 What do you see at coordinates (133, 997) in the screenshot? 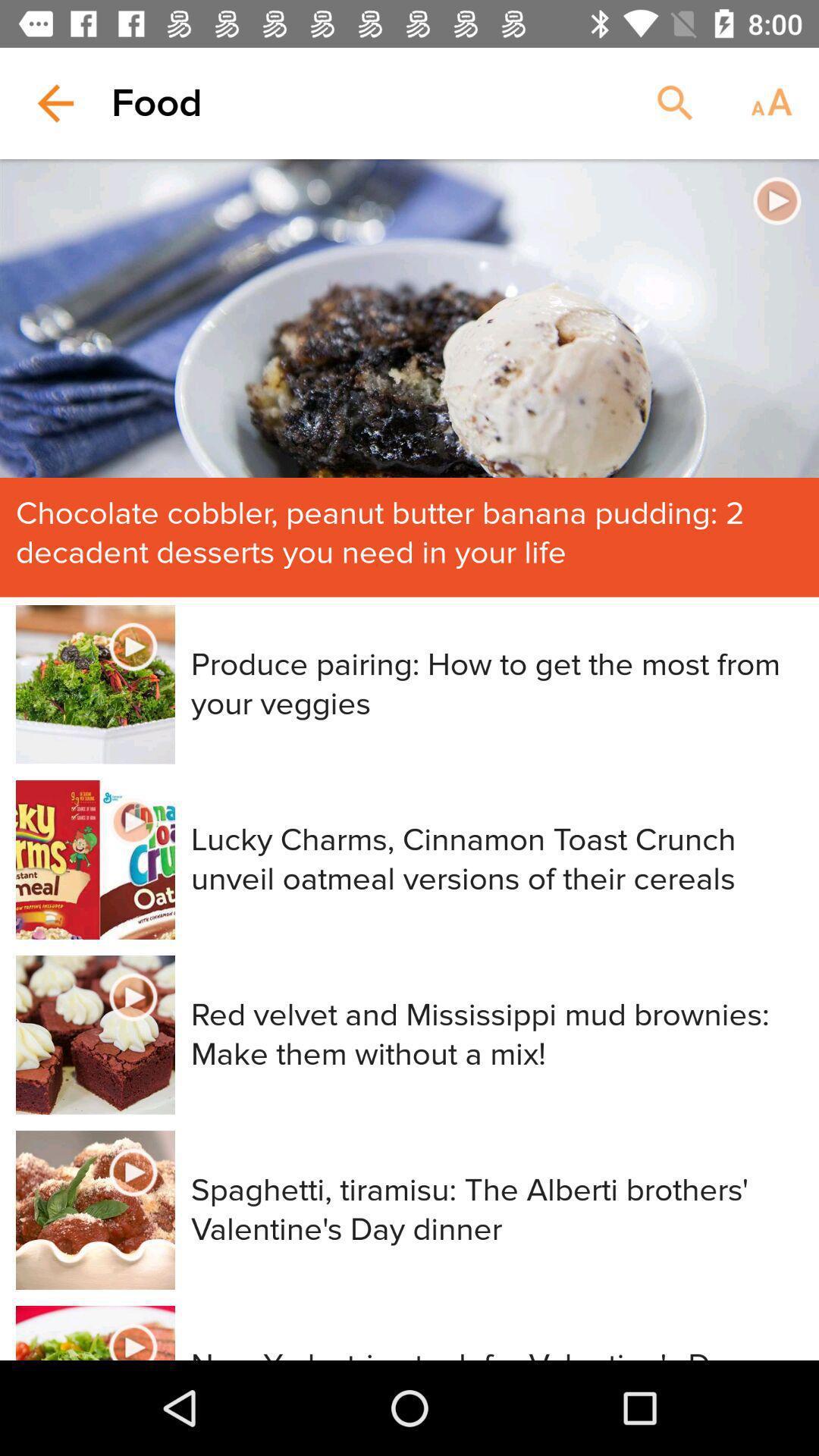
I see `the play icon on the 3rd image from the bottom` at bounding box center [133, 997].